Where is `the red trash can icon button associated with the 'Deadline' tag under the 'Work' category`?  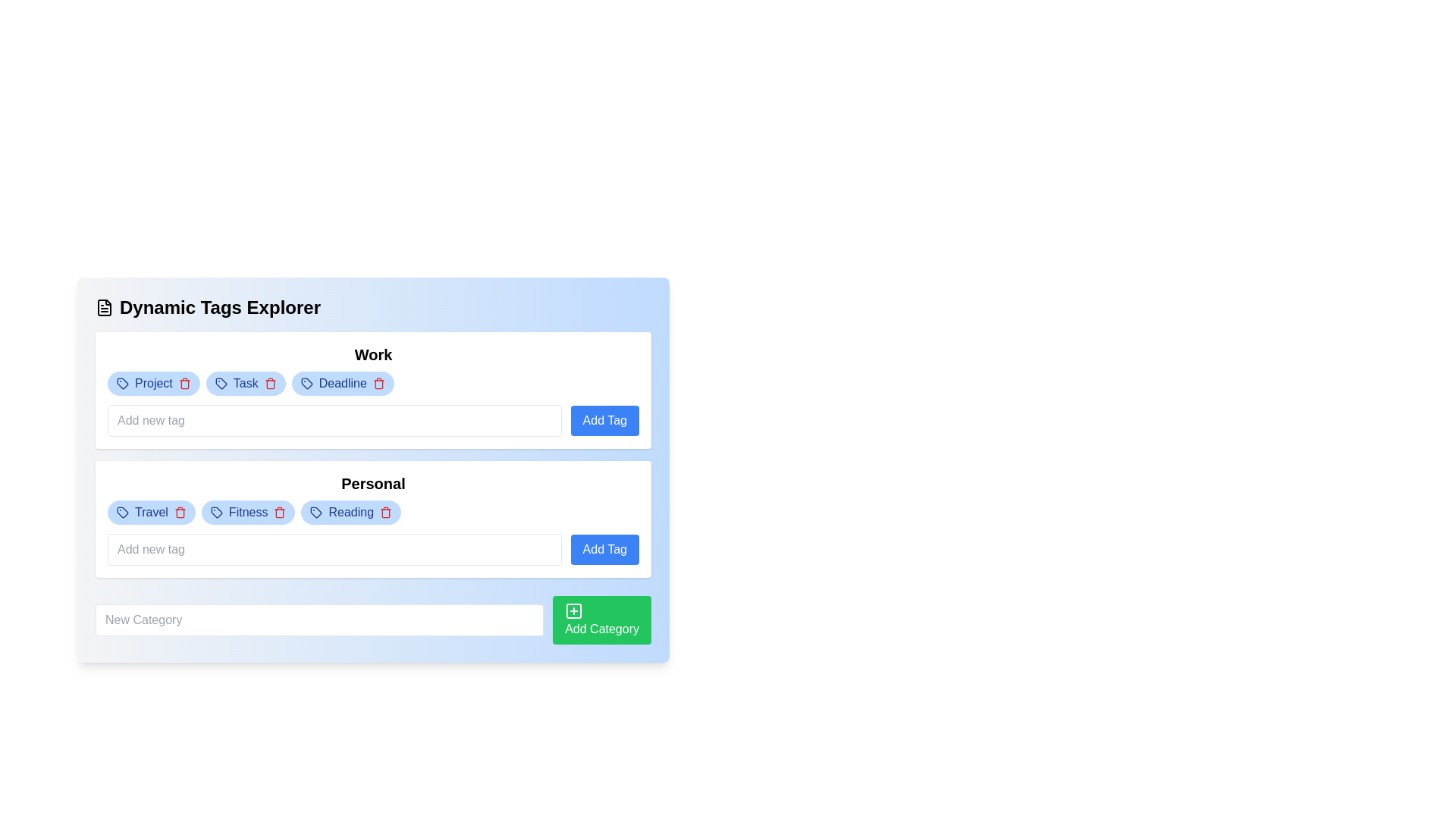 the red trash can icon button associated with the 'Deadline' tag under the 'Work' category is located at coordinates (378, 382).